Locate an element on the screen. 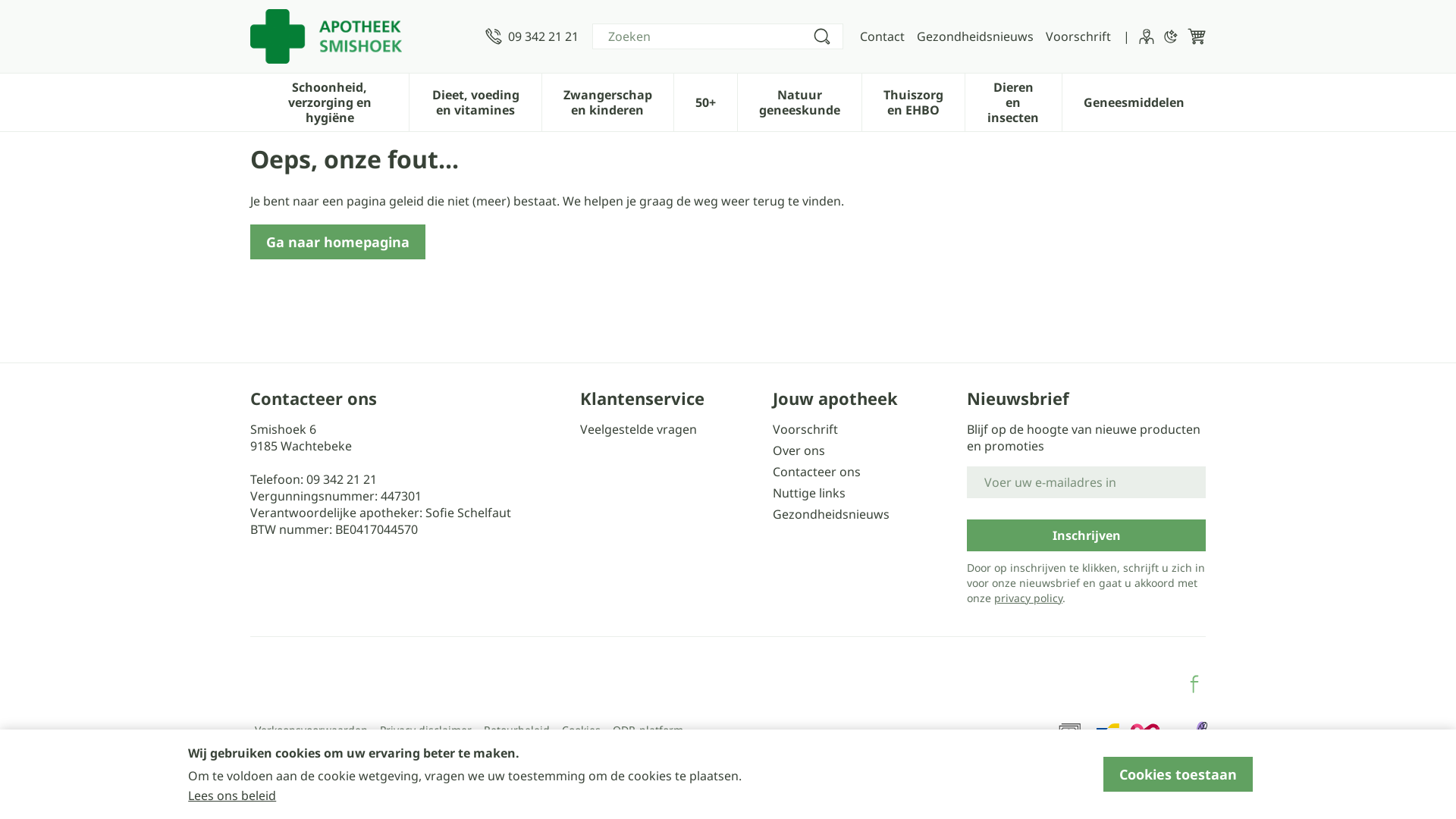 This screenshot has width=1456, height=819. 'Ga naar homepagina' is located at coordinates (337, 241).